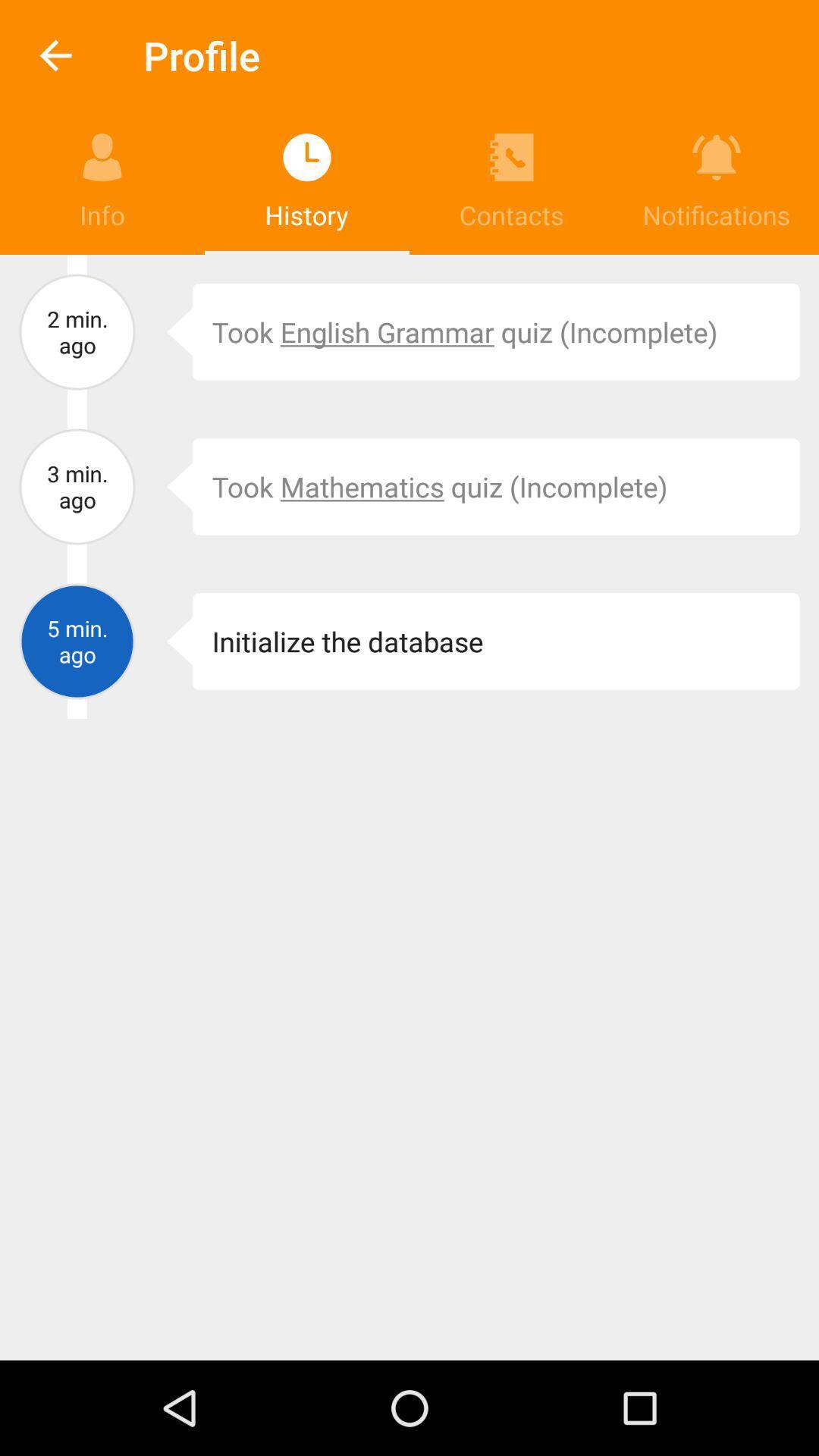 This screenshot has height=1456, width=819. Describe the element at coordinates (168, 331) in the screenshot. I see `app next to 2 min. ago` at that location.